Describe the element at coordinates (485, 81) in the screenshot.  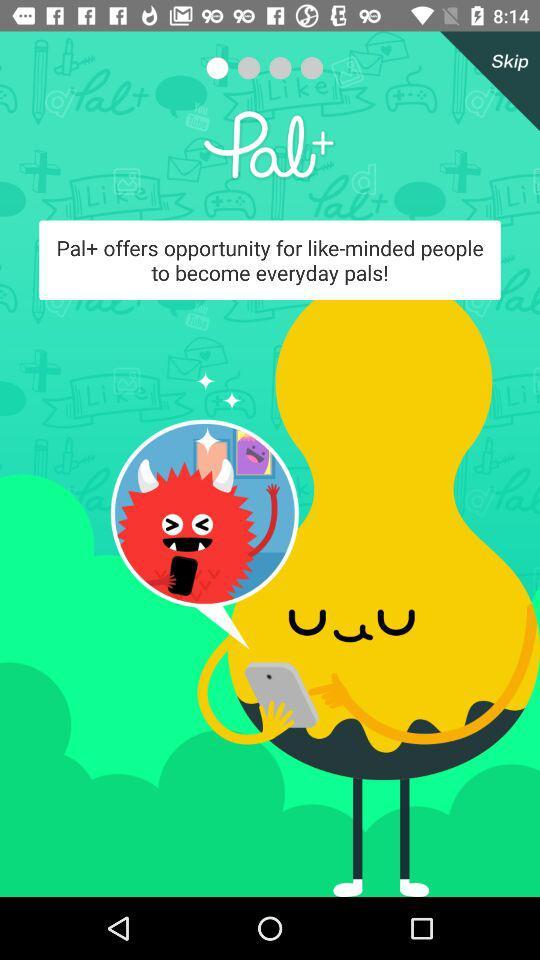
I see `skip through the advertisement` at that location.